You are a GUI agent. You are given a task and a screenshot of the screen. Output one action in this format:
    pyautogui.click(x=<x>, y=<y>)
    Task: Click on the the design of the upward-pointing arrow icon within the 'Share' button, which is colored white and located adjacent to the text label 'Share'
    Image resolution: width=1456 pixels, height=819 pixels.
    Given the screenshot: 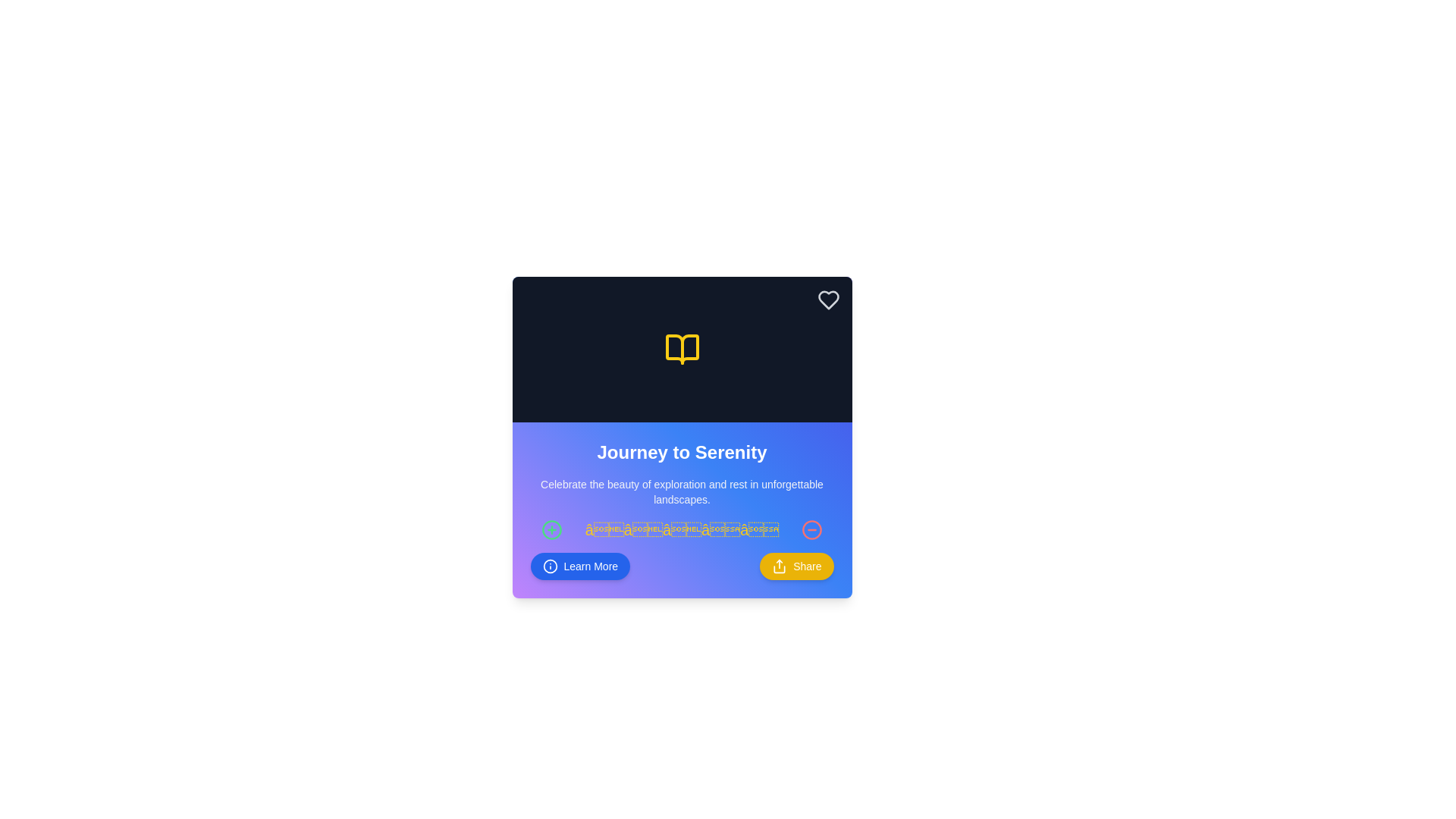 What is the action you would take?
    pyautogui.click(x=780, y=566)
    